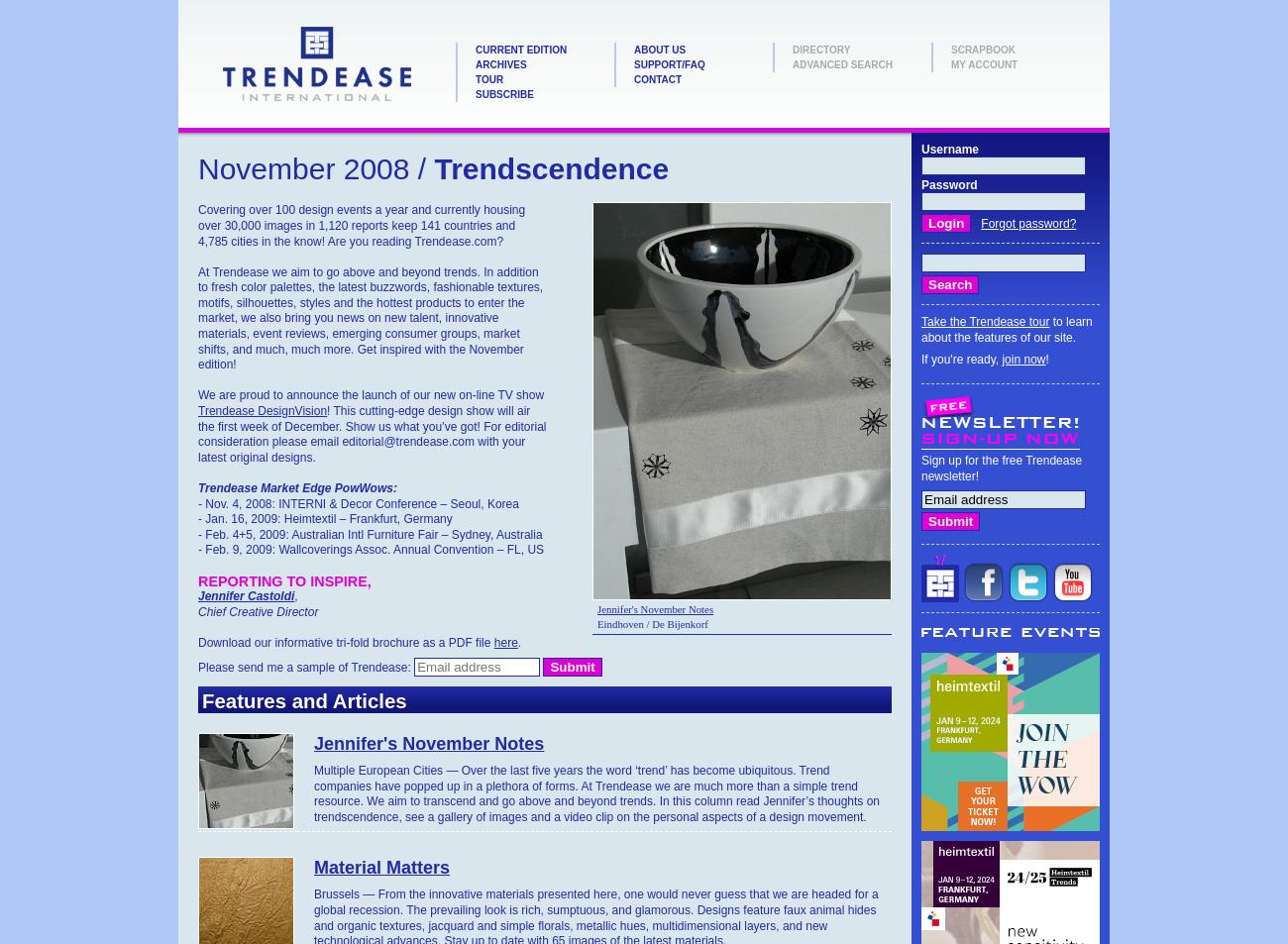  What do you see at coordinates (657, 78) in the screenshot?
I see `'Contact'` at bounding box center [657, 78].